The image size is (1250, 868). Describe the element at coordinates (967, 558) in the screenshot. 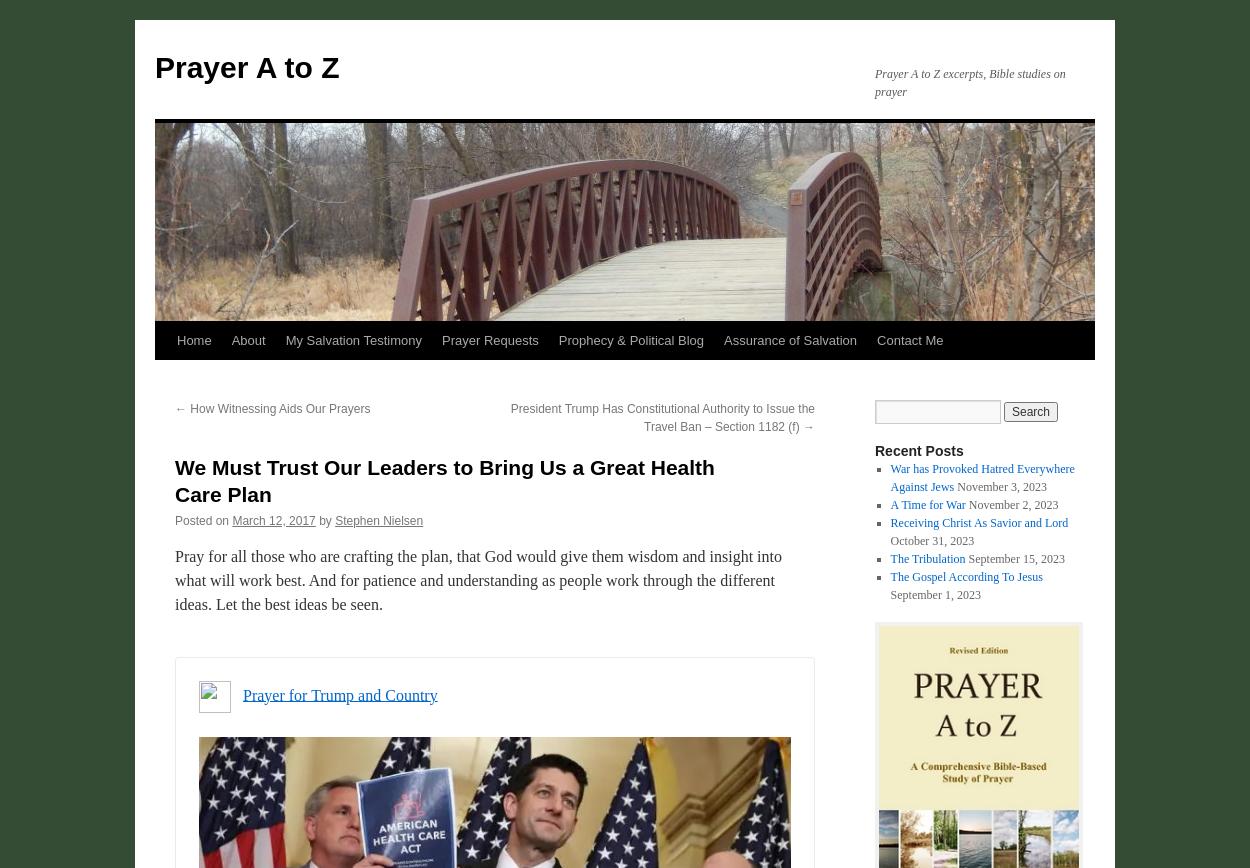

I see `'September 15, 2023'` at that location.